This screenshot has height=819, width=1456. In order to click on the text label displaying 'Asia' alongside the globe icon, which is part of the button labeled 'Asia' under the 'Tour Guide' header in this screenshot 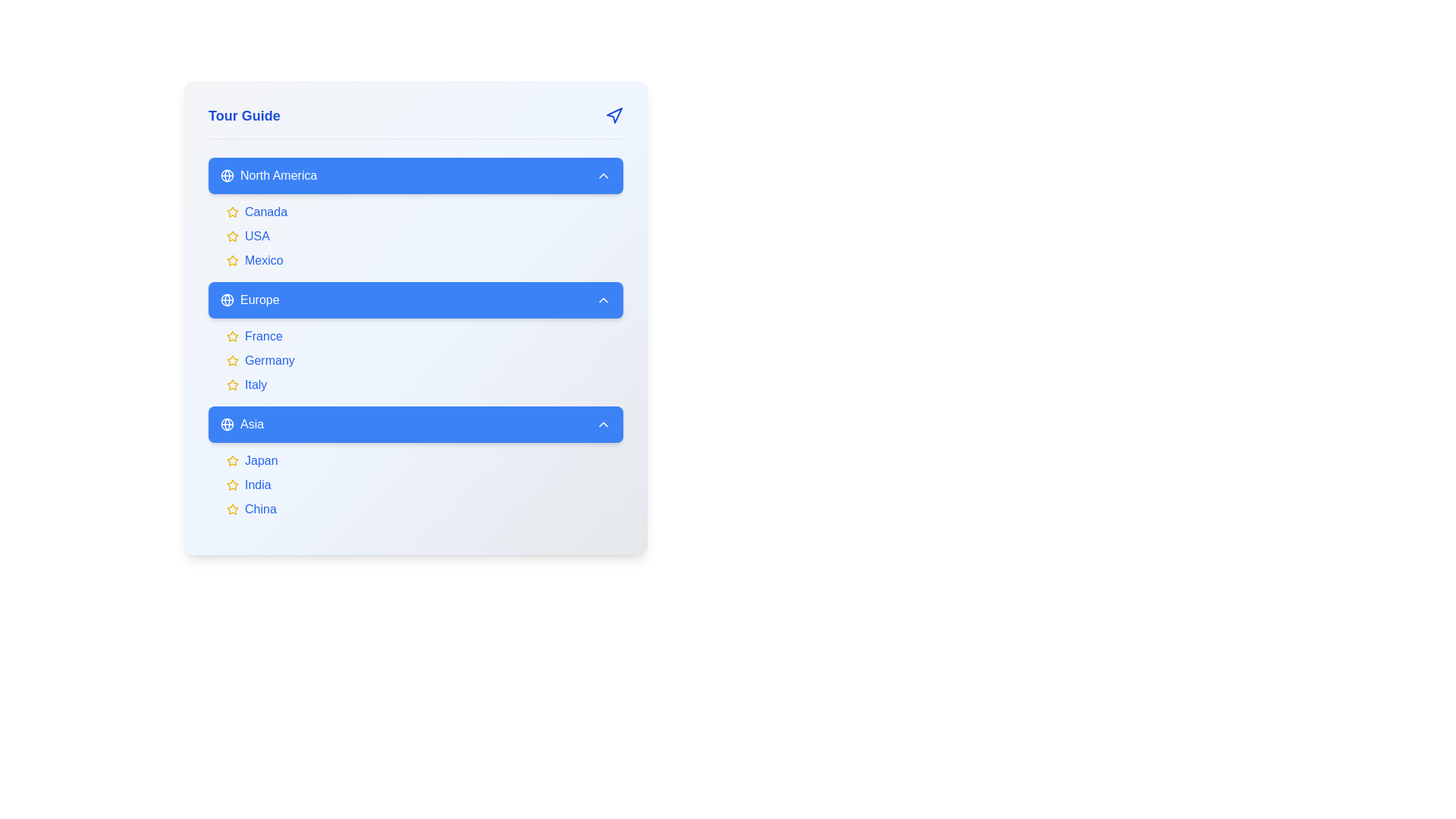, I will do `click(241, 424)`.